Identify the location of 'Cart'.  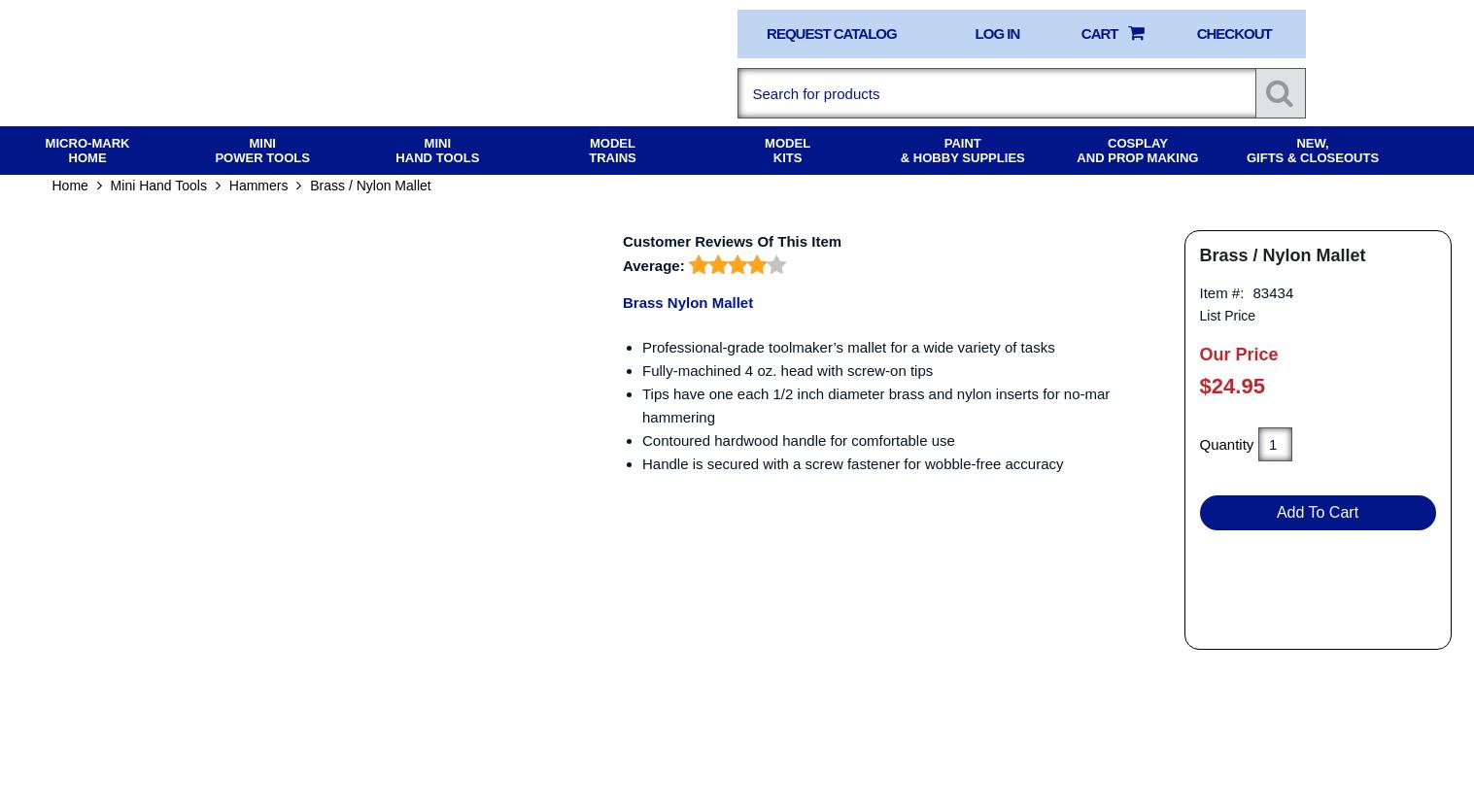
(1100, 33).